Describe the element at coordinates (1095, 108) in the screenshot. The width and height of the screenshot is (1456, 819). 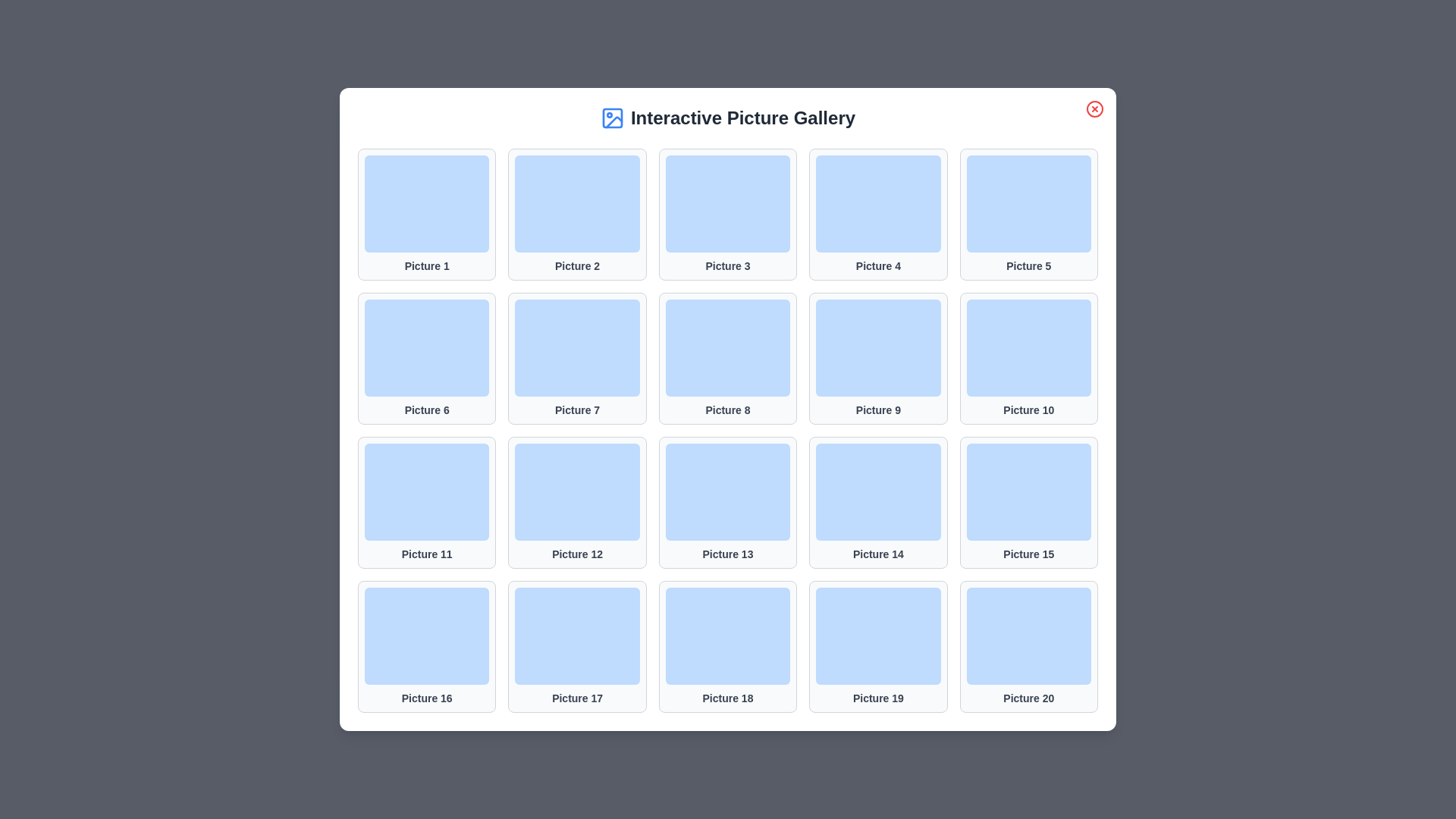
I see `the close button to close the dialog` at that location.